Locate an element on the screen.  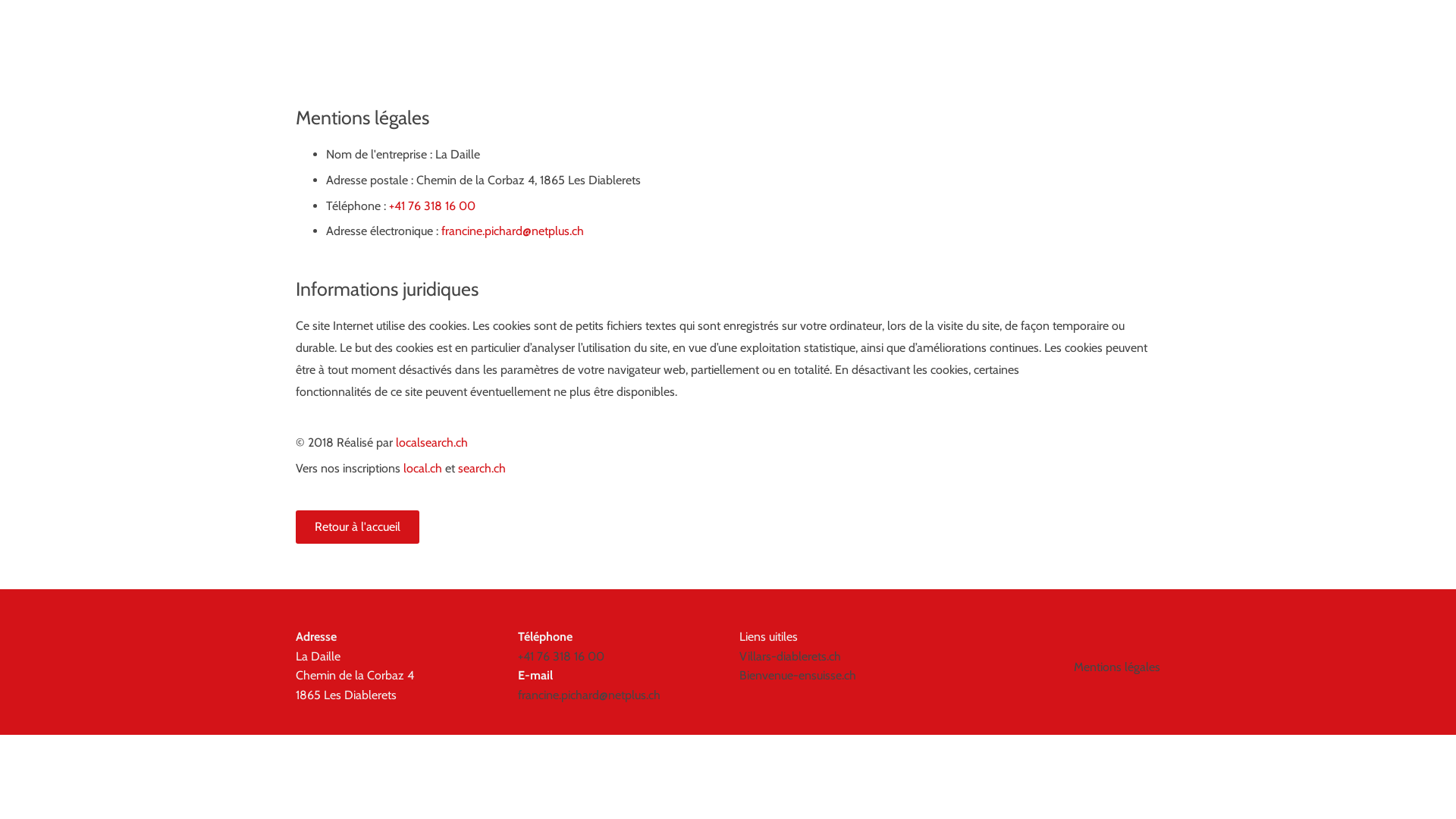
'+41 76 318 16 00' is located at coordinates (560, 655).